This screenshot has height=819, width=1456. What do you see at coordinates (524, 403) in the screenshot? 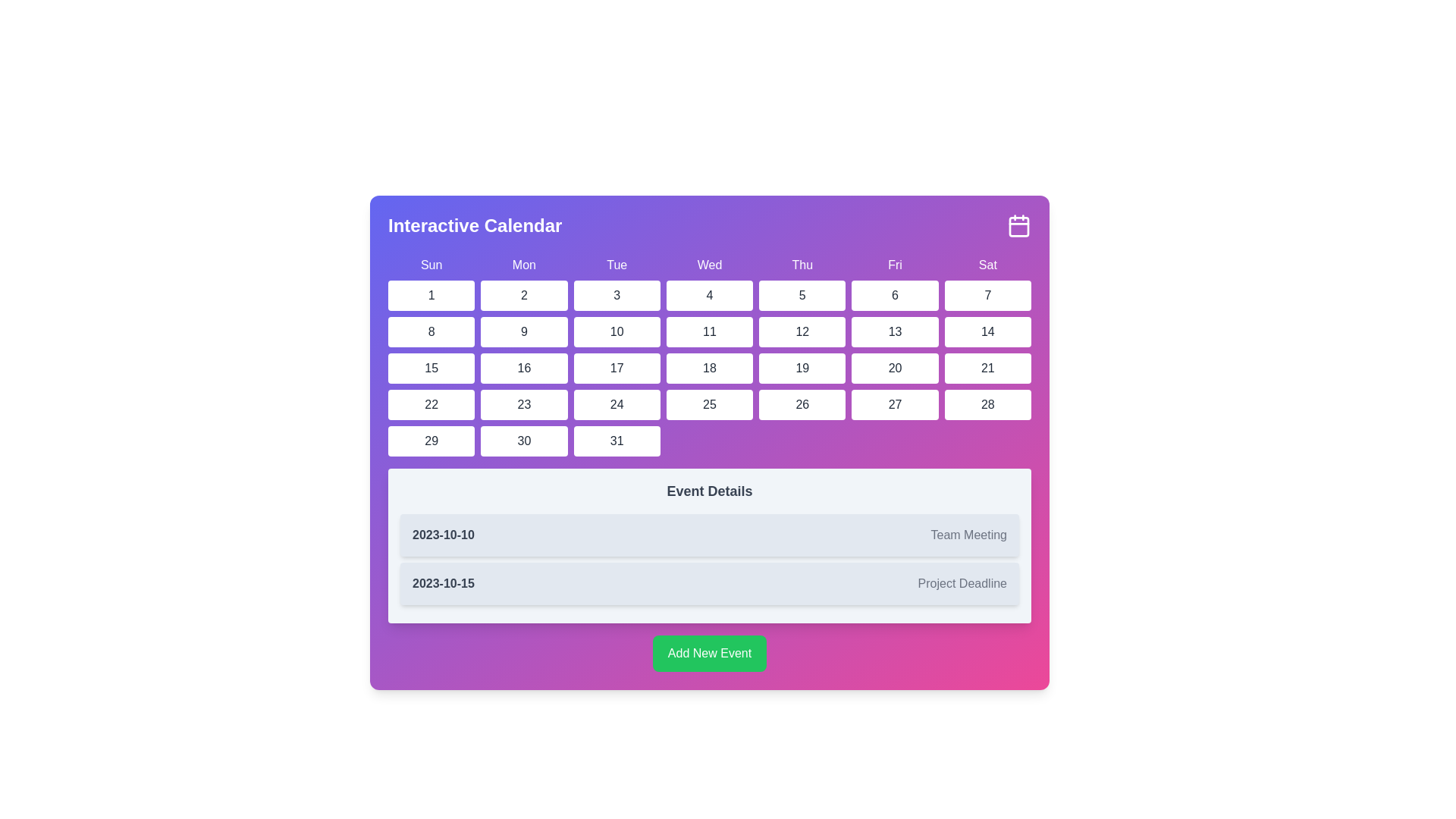
I see `the button representing the date 23rd of the month, which is the second button in the fourth row under the 'Mon' header in the calendar` at bounding box center [524, 403].